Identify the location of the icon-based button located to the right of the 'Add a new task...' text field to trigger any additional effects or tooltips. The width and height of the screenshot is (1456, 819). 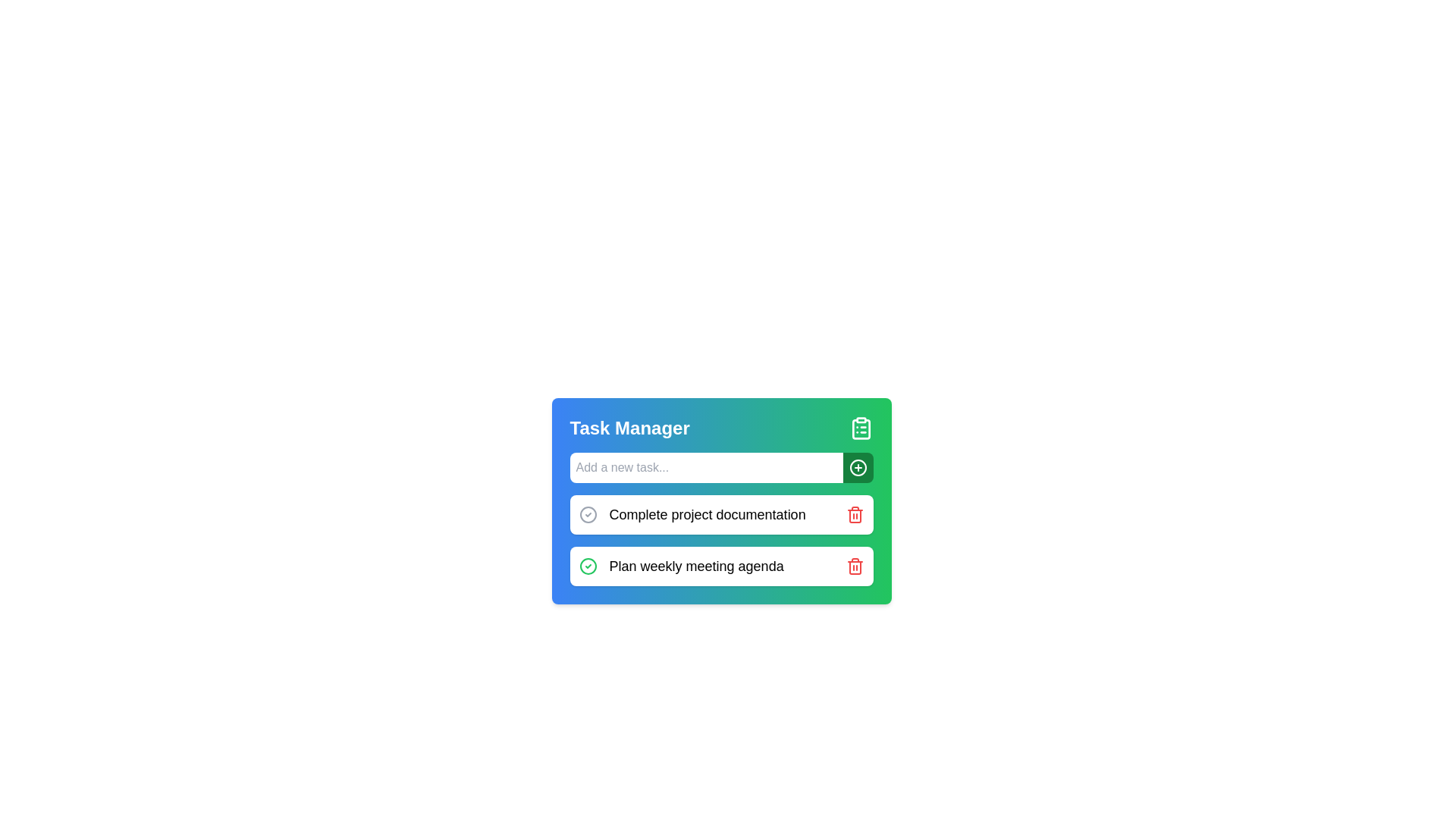
(858, 467).